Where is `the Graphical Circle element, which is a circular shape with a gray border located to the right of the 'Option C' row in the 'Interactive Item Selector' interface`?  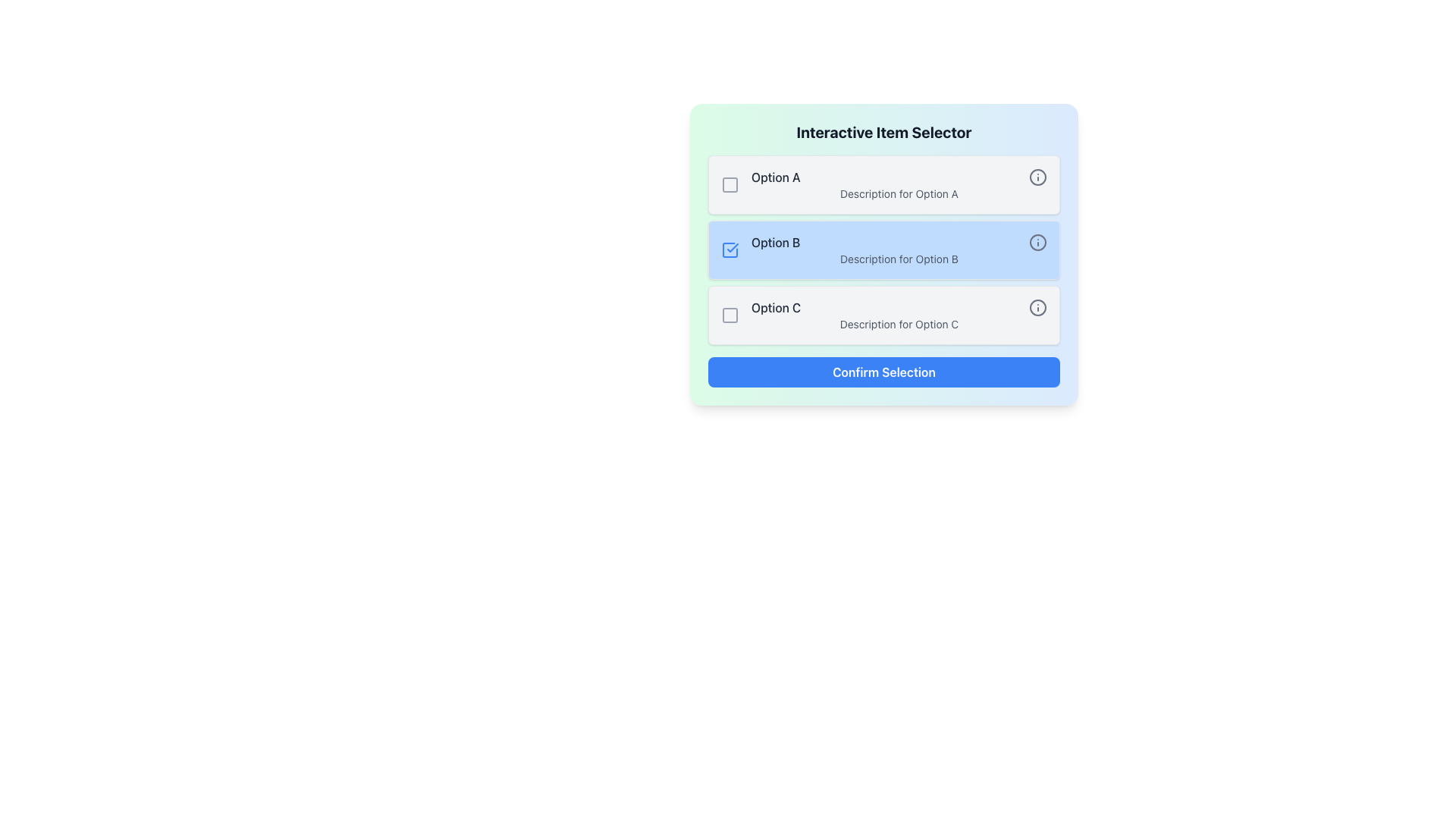 the Graphical Circle element, which is a circular shape with a gray border located to the right of the 'Option C' row in the 'Interactive Item Selector' interface is located at coordinates (1037, 307).